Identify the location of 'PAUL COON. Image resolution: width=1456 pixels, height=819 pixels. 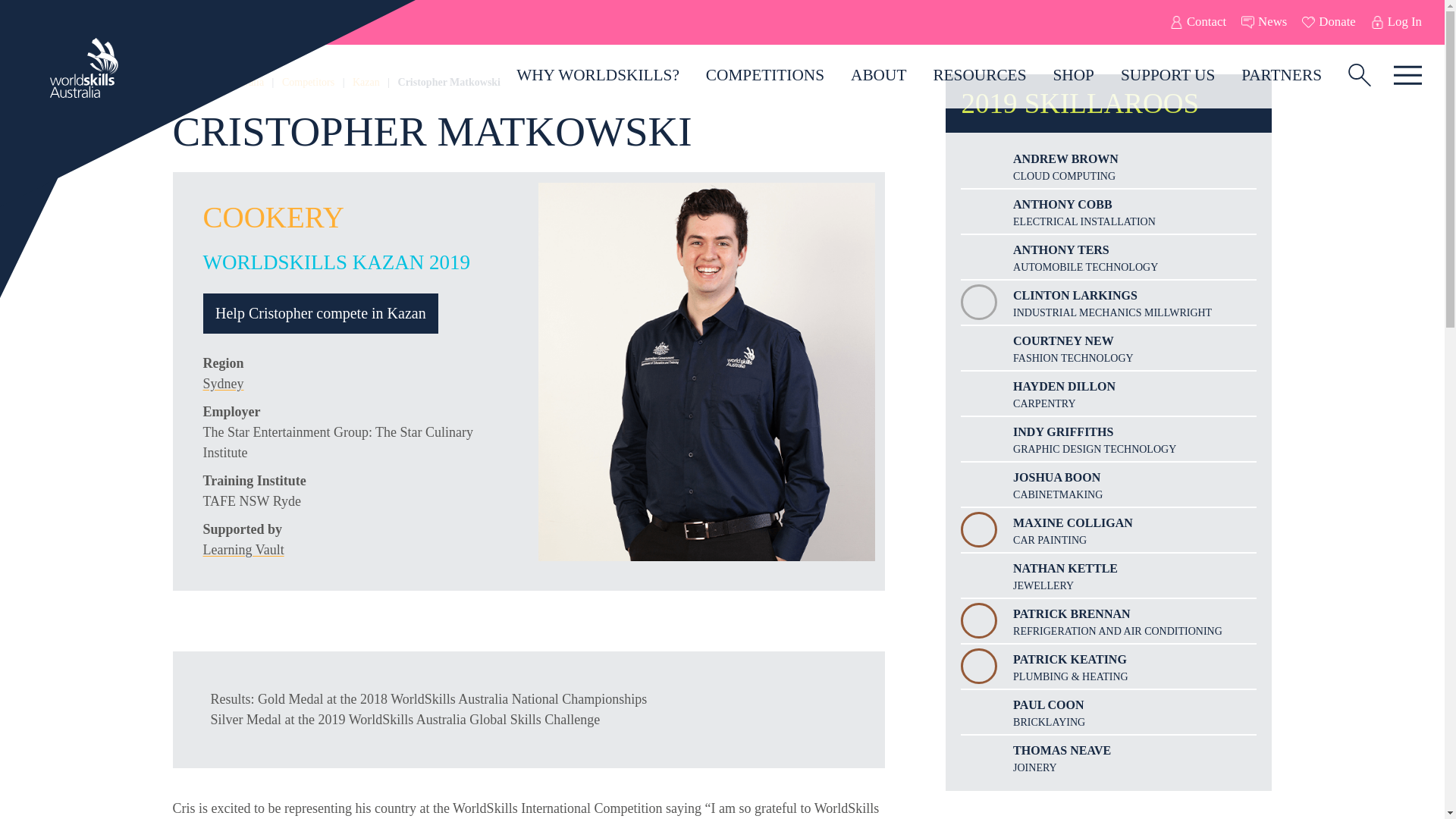
(1109, 711).